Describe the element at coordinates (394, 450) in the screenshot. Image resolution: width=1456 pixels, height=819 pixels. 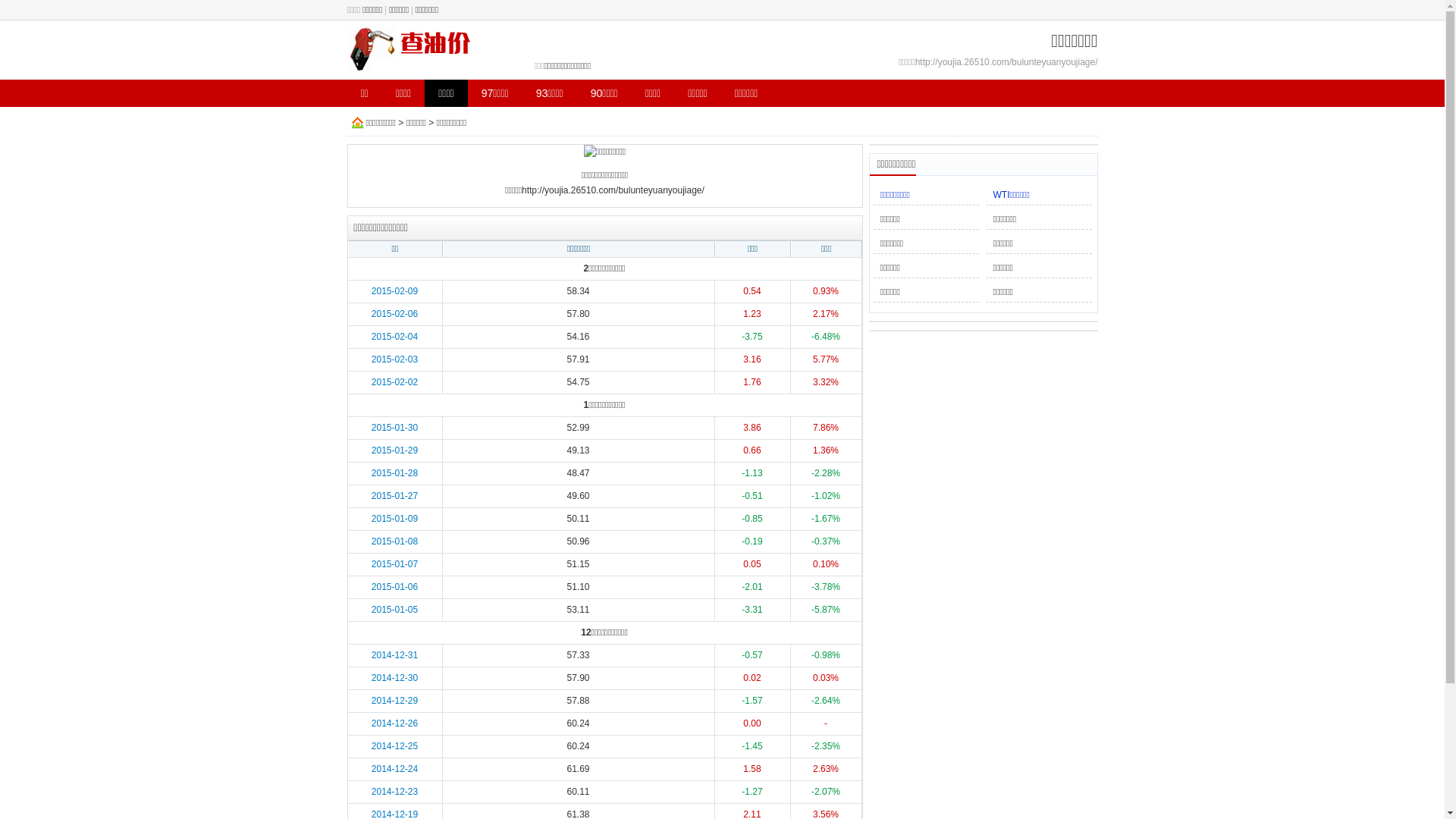
I see `'2015-01-29'` at that location.